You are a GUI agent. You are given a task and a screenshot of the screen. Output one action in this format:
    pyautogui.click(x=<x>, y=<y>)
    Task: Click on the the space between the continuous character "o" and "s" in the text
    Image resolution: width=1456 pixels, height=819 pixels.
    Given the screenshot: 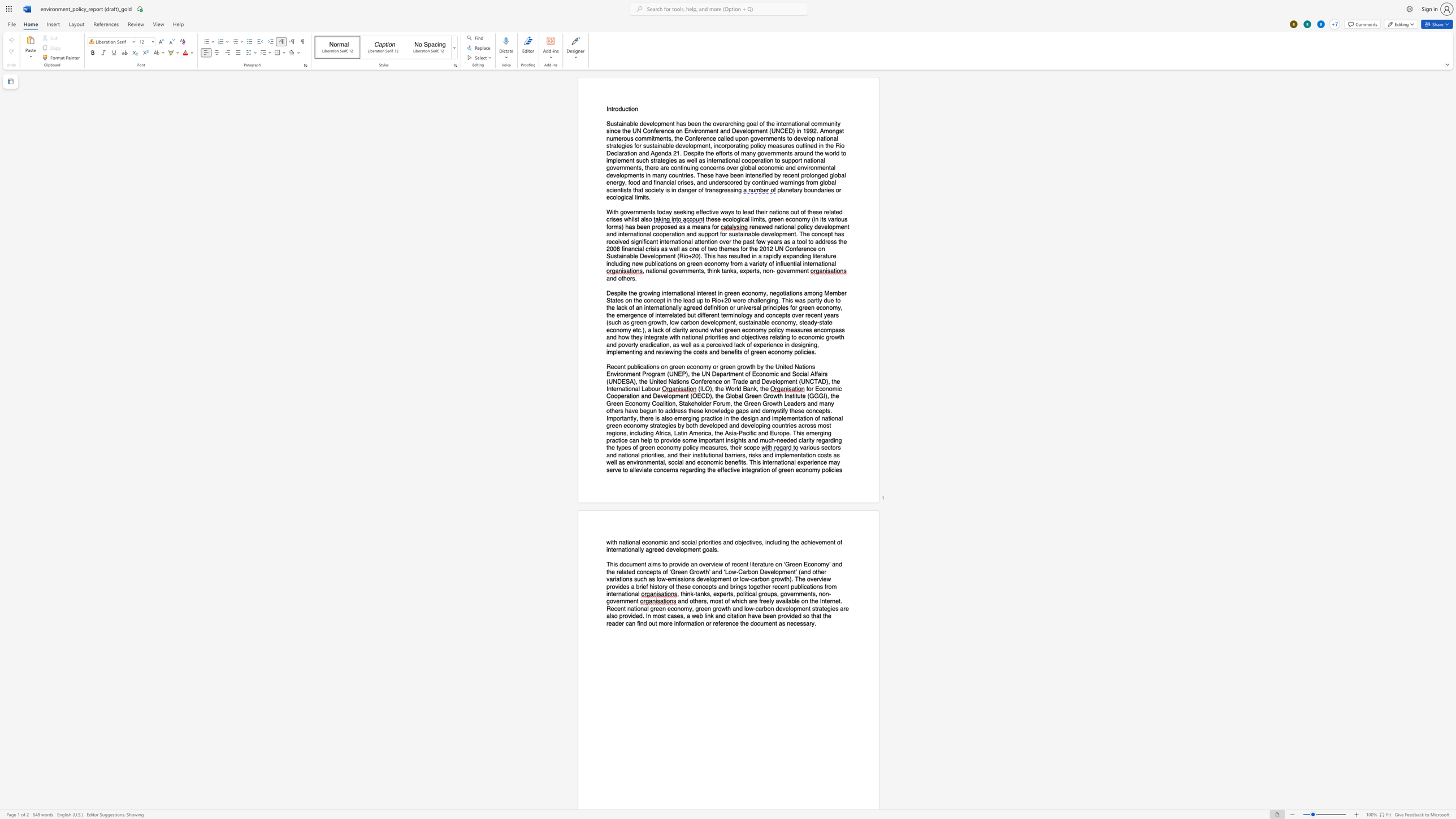 What is the action you would take?
    pyautogui.click(x=667, y=226)
    